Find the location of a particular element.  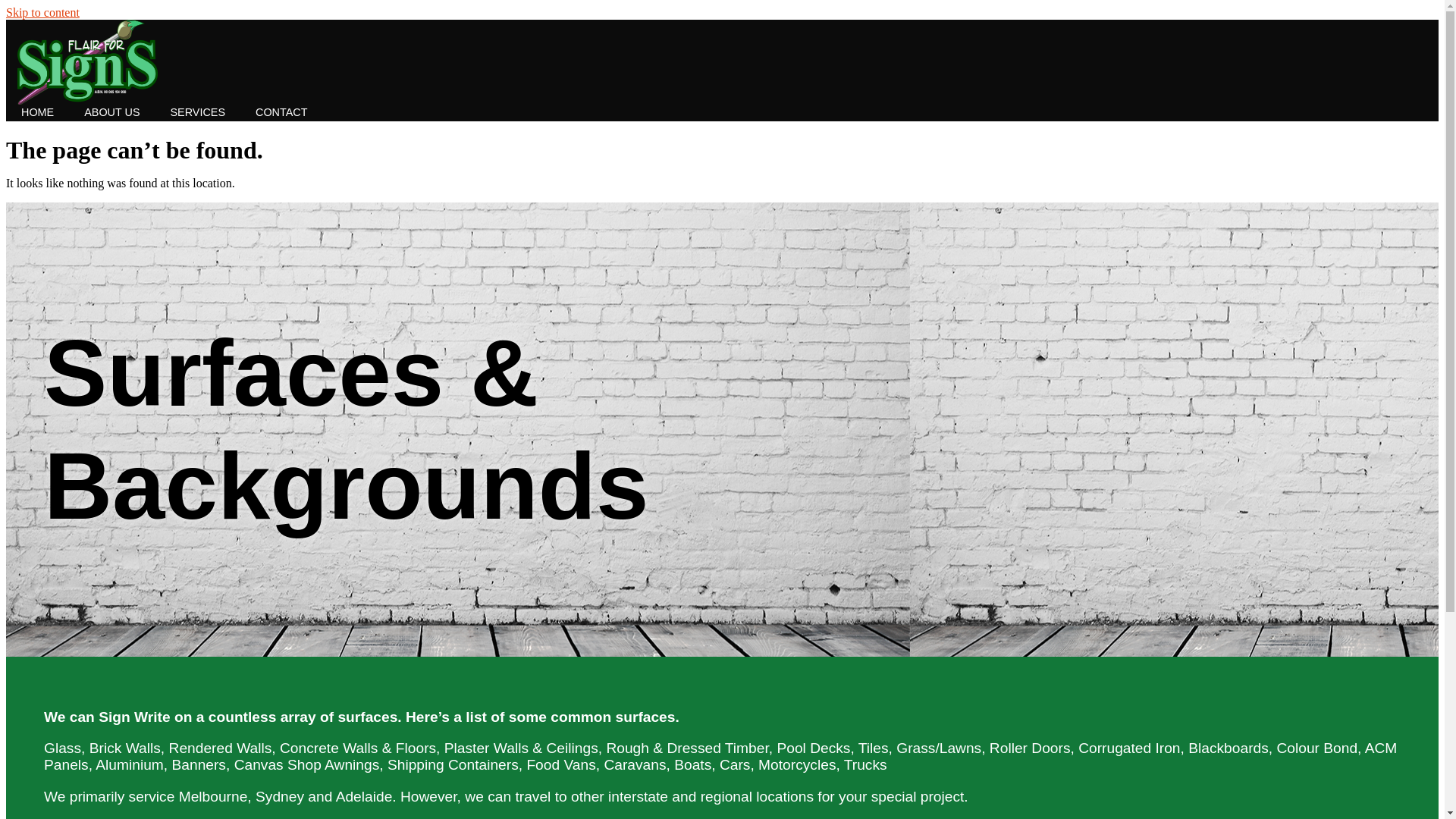

'SERVICES' is located at coordinates (196, 112).